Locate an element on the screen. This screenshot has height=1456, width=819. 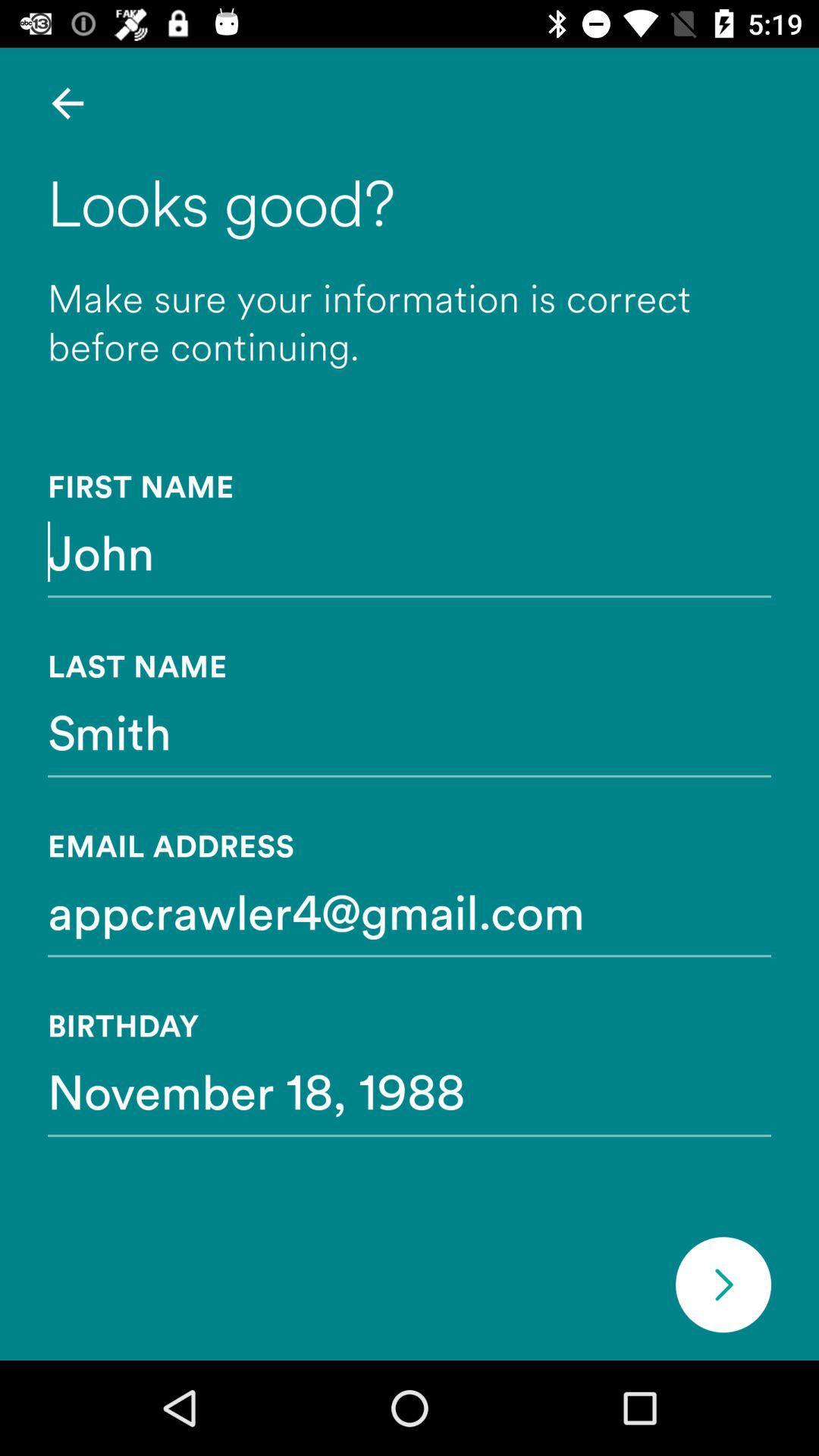
november 18, 1988 icon is located at coordinates (409, 1090).